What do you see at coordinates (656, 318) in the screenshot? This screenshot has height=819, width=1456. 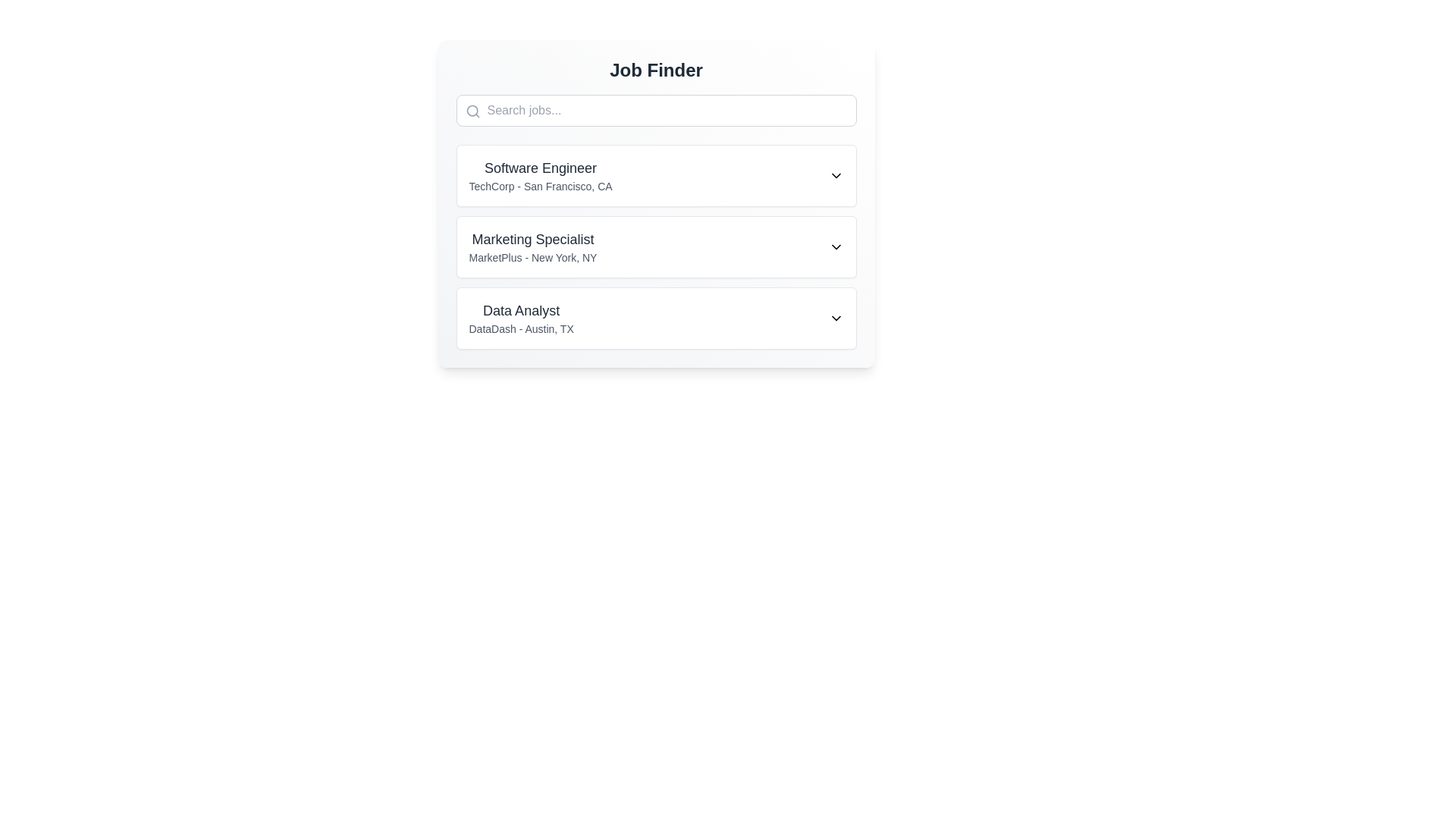 I see `the job listing entry for the 'Data Analyst' position offered by 'DataDash' in Austin, TX` at bounding box center [656, 318].